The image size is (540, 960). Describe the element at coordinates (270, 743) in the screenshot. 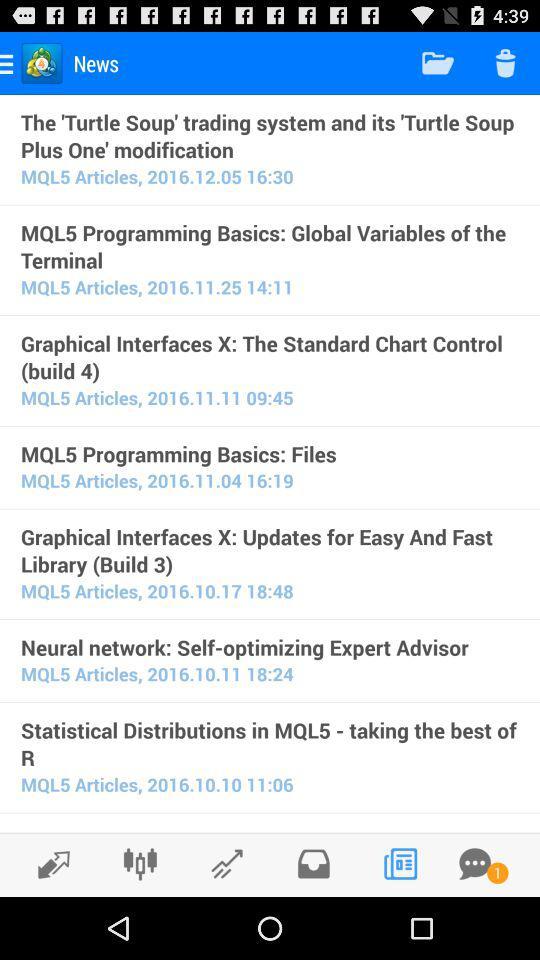

I see `the item above mql5 articles 2016 icon` at that location.